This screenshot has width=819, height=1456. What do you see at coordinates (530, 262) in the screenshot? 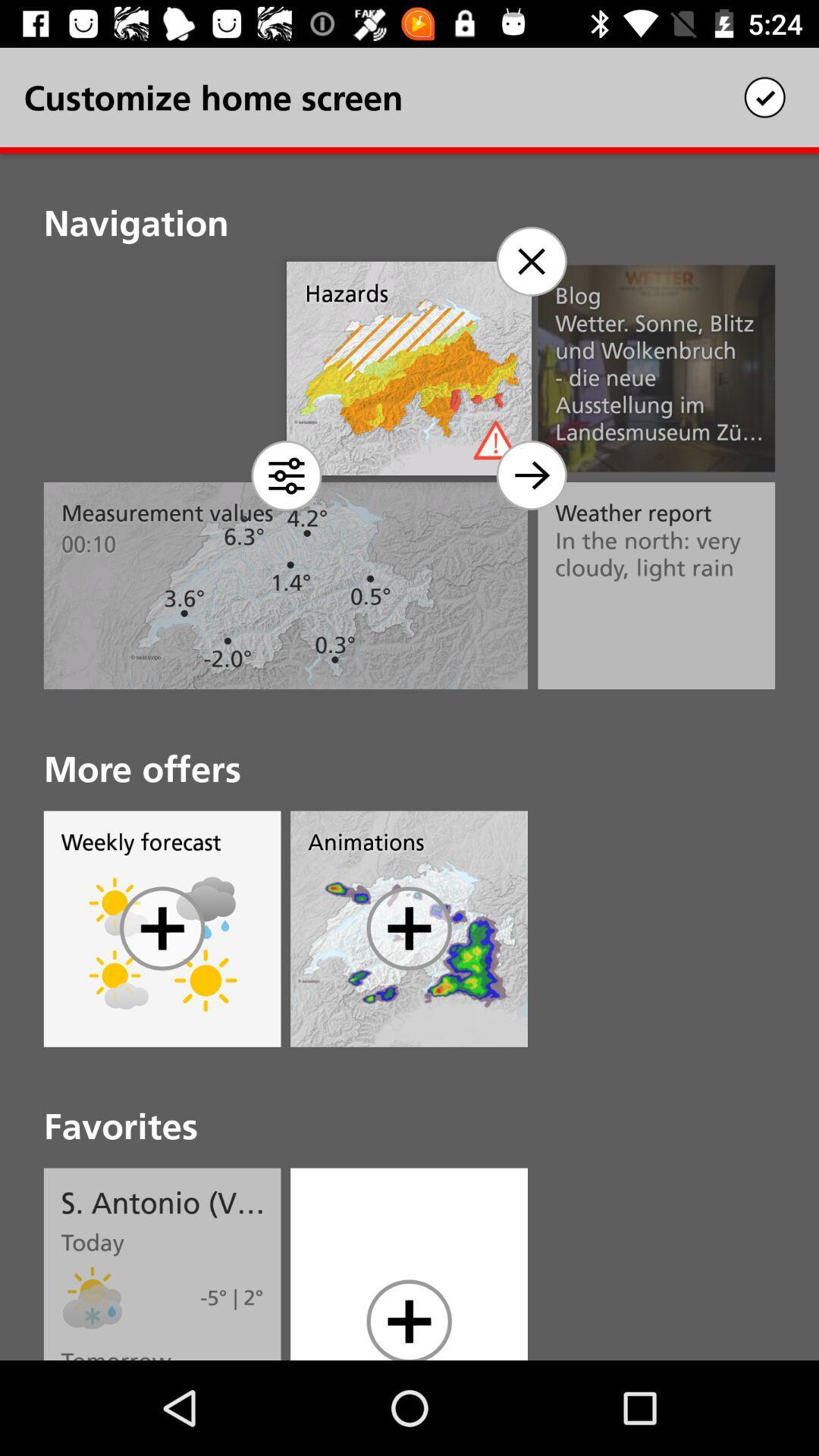
I see `the close icon` at bounding box center [530, 262].